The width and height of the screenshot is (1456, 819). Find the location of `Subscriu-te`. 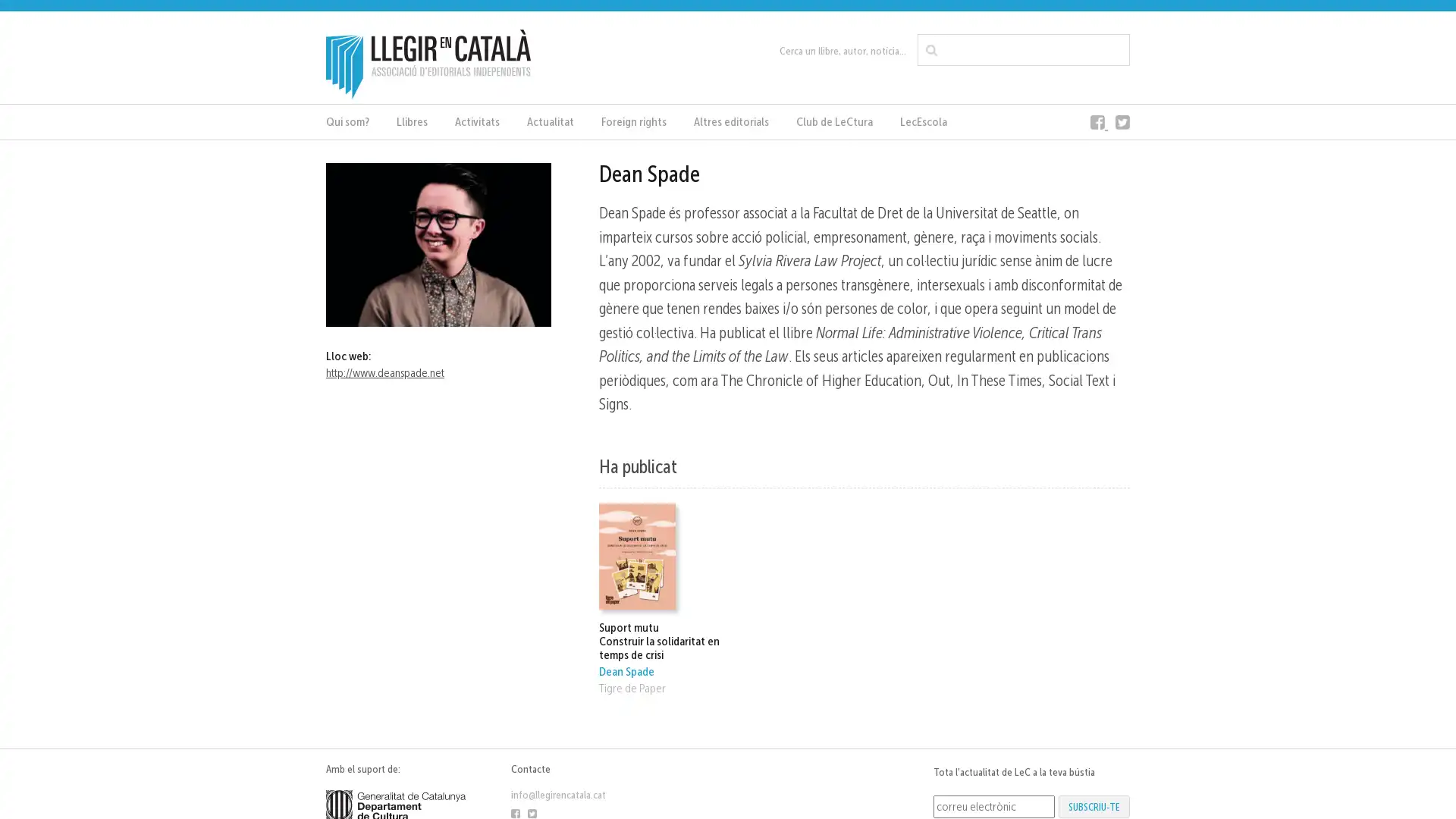

Subscriu-te is located at coordinates (1094, 805).